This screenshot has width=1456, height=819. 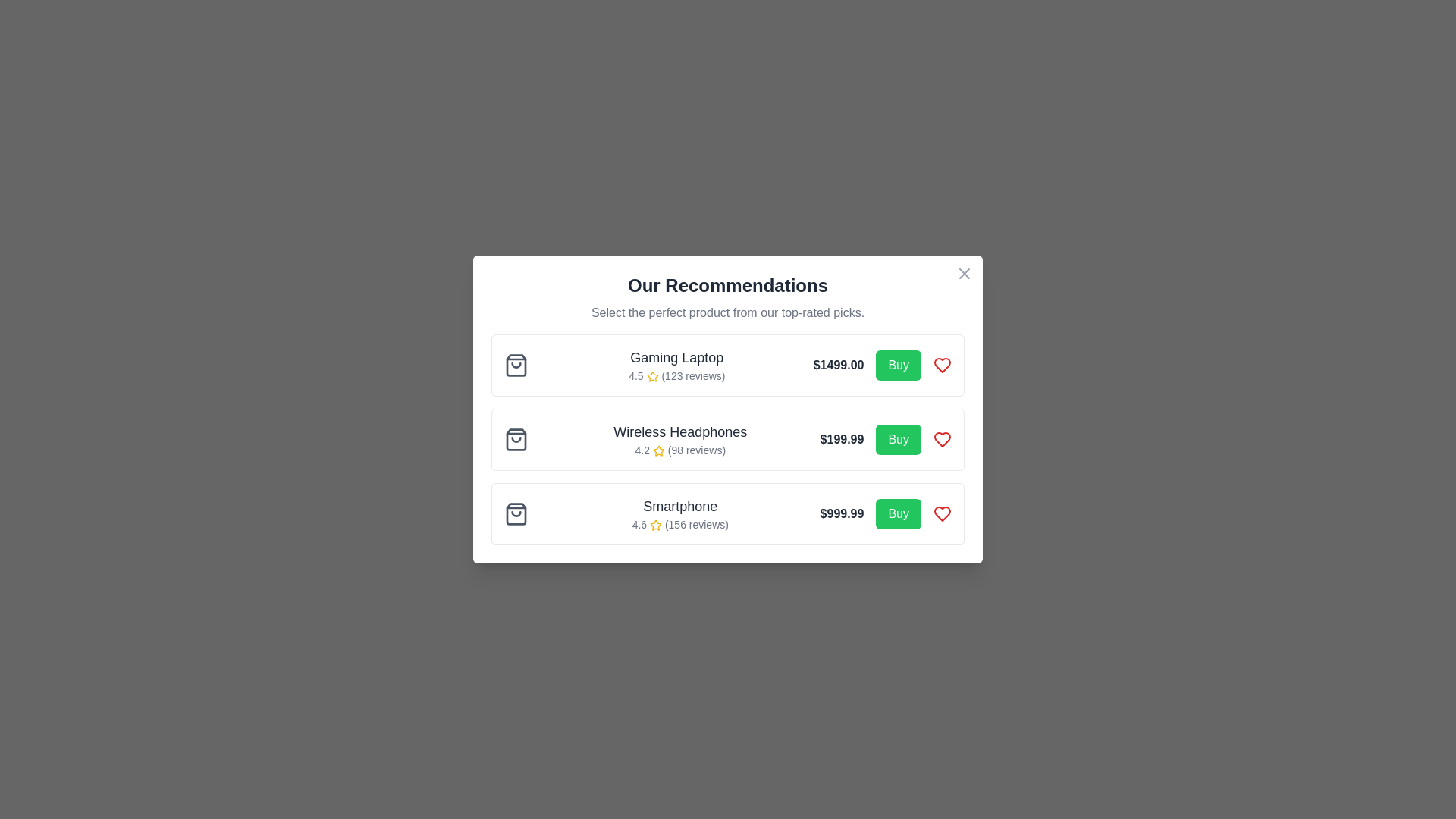 What do you see at coordinates (964, 274) in the screenshot?
I see `the close button located at the top-right corner of the 'Our Recommendations' modal window` at bounding box center [964, 274].